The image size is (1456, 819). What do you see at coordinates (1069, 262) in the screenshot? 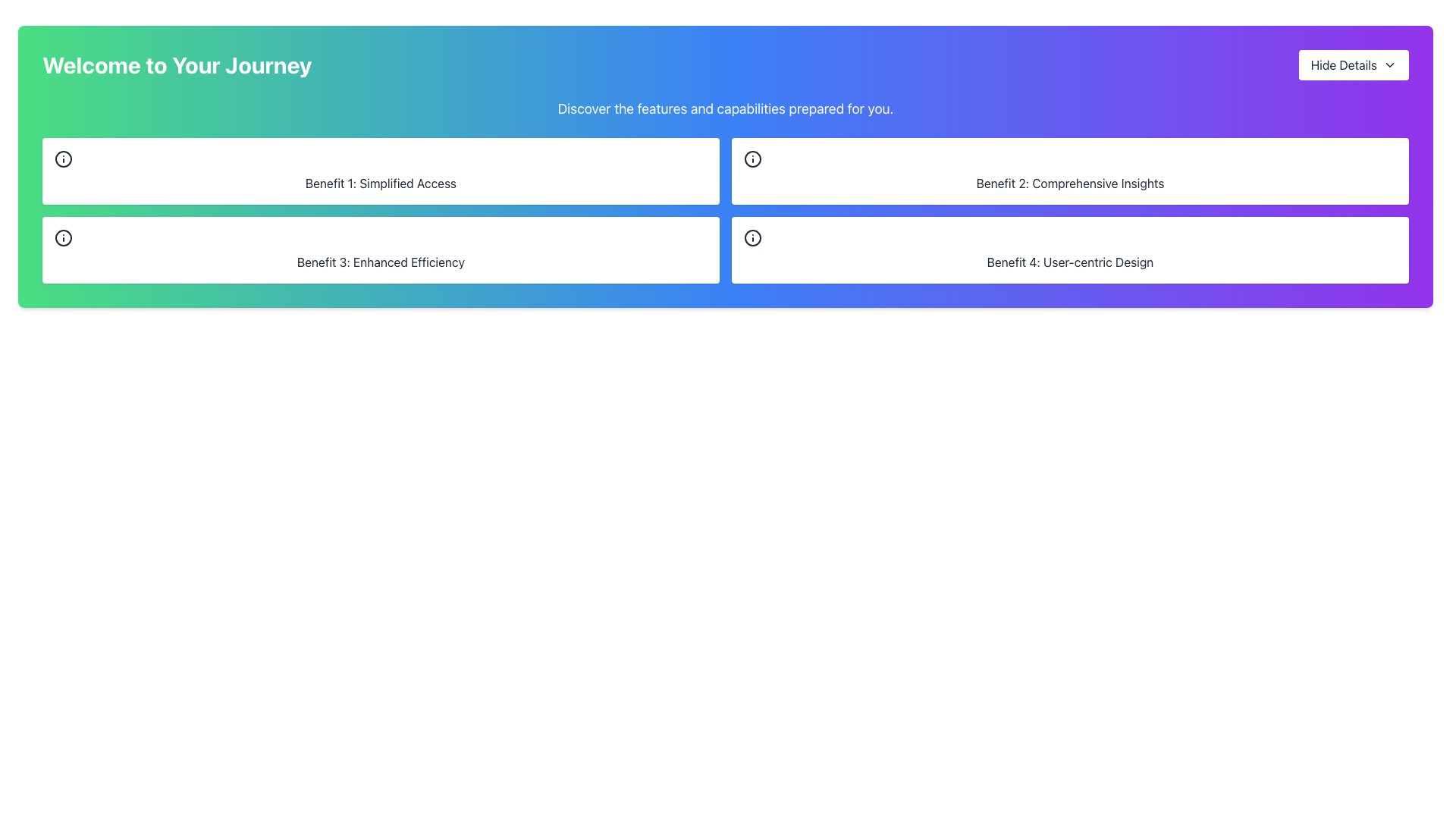
I see `text from the descriptive label within the white card located in the bottom-right corner of the four-card grid layout, summarizing 'User-centric Design.'` at bounding box center [1069, 262].